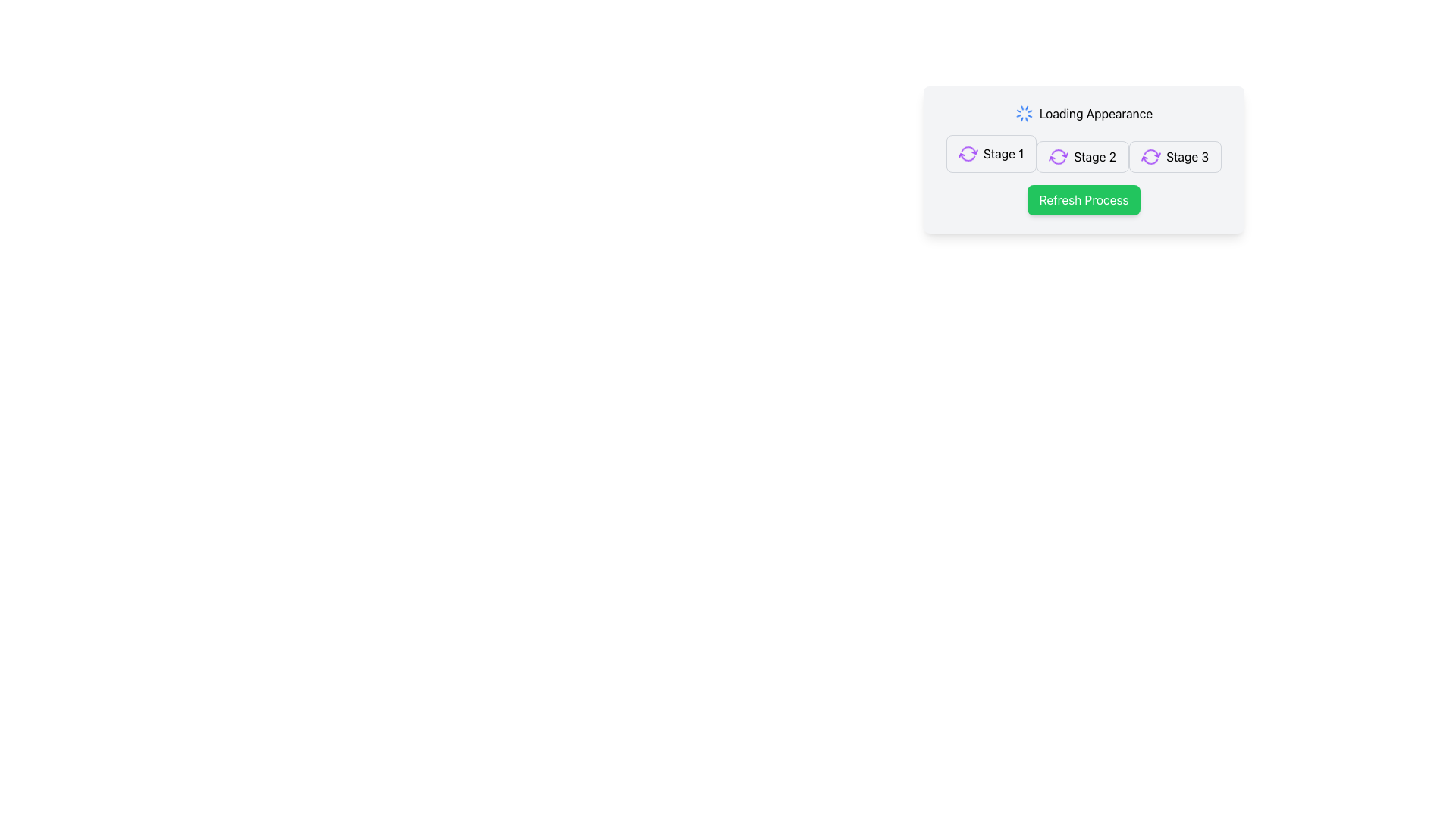 The width and height of the screenshot is (1456, 819). I want to click on the first Label with Icon that indicates the first stage of a multi-step process, positioned above the 'Refresh Process' button and below the 'Loading Appearance' title, so click(991, 154).